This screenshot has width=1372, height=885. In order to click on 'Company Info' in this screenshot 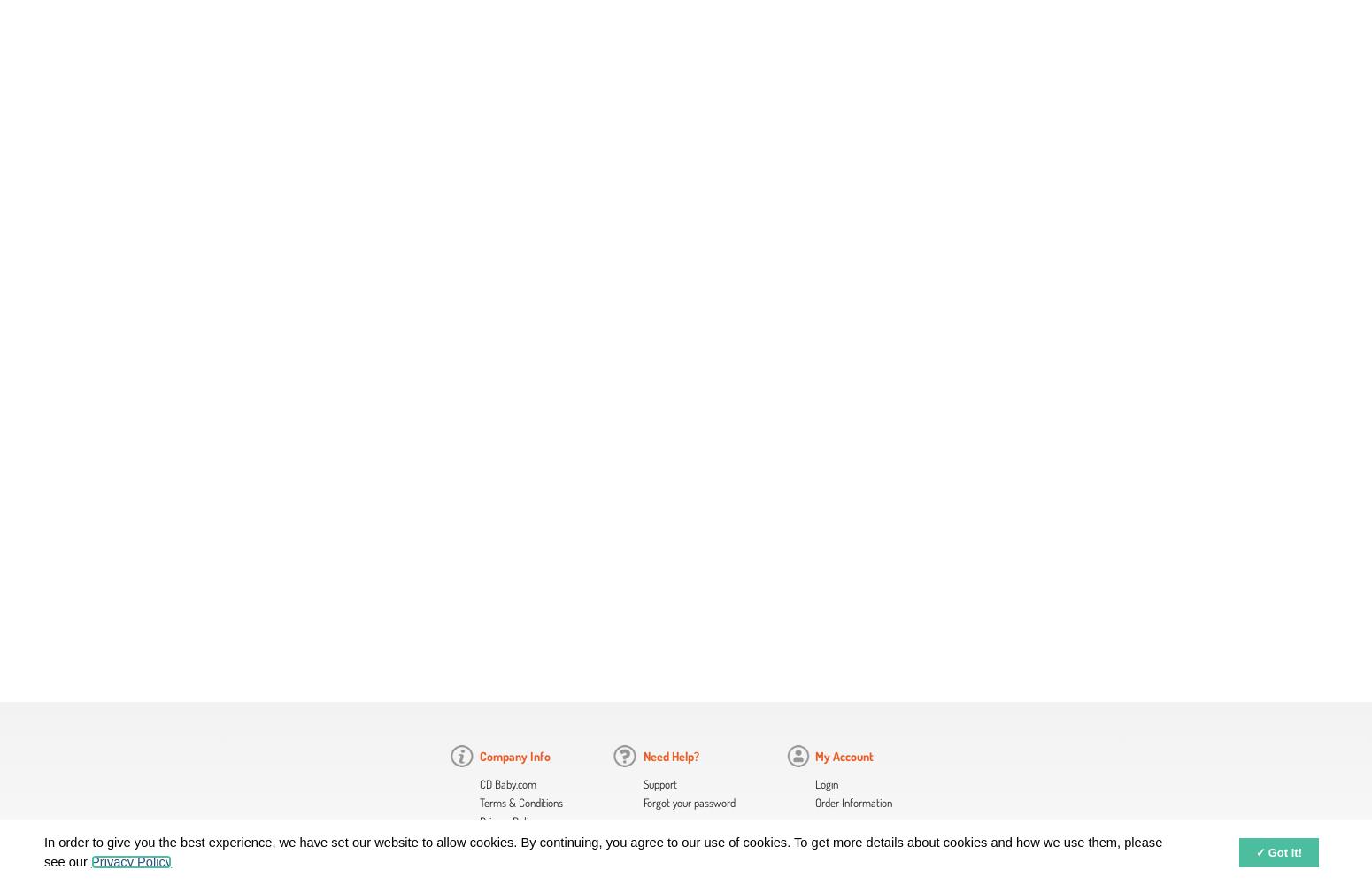, I will do `click(479, 755)`.